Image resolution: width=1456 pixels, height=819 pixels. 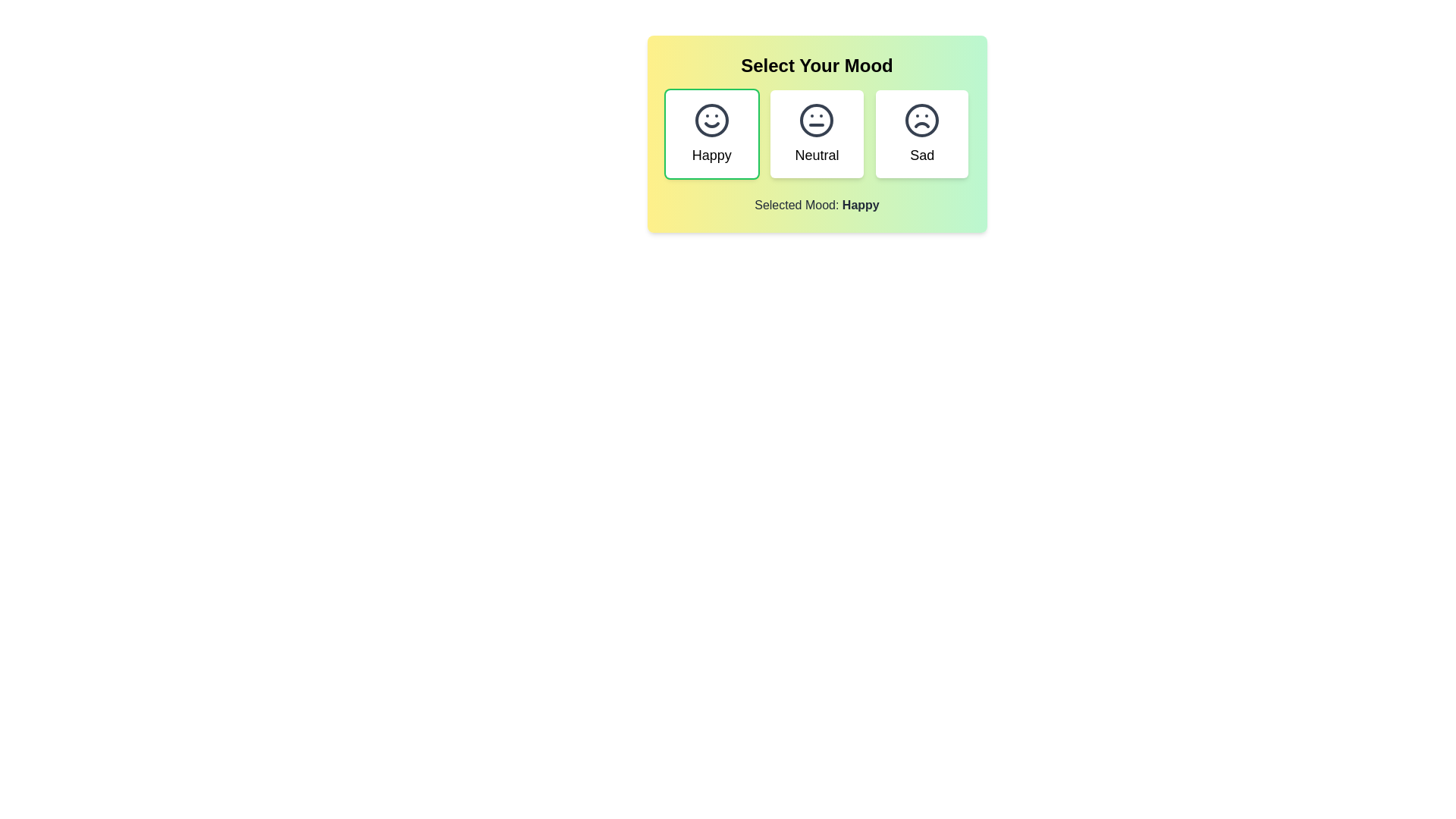 What do you see at coordinates (816, 155) in the screenshot?
I see `the 'Neutral' text label, which describes the central mood option in the three-item mood selection interface, located beneath the neutral facial expression icon` at bounding box center [816, 155].